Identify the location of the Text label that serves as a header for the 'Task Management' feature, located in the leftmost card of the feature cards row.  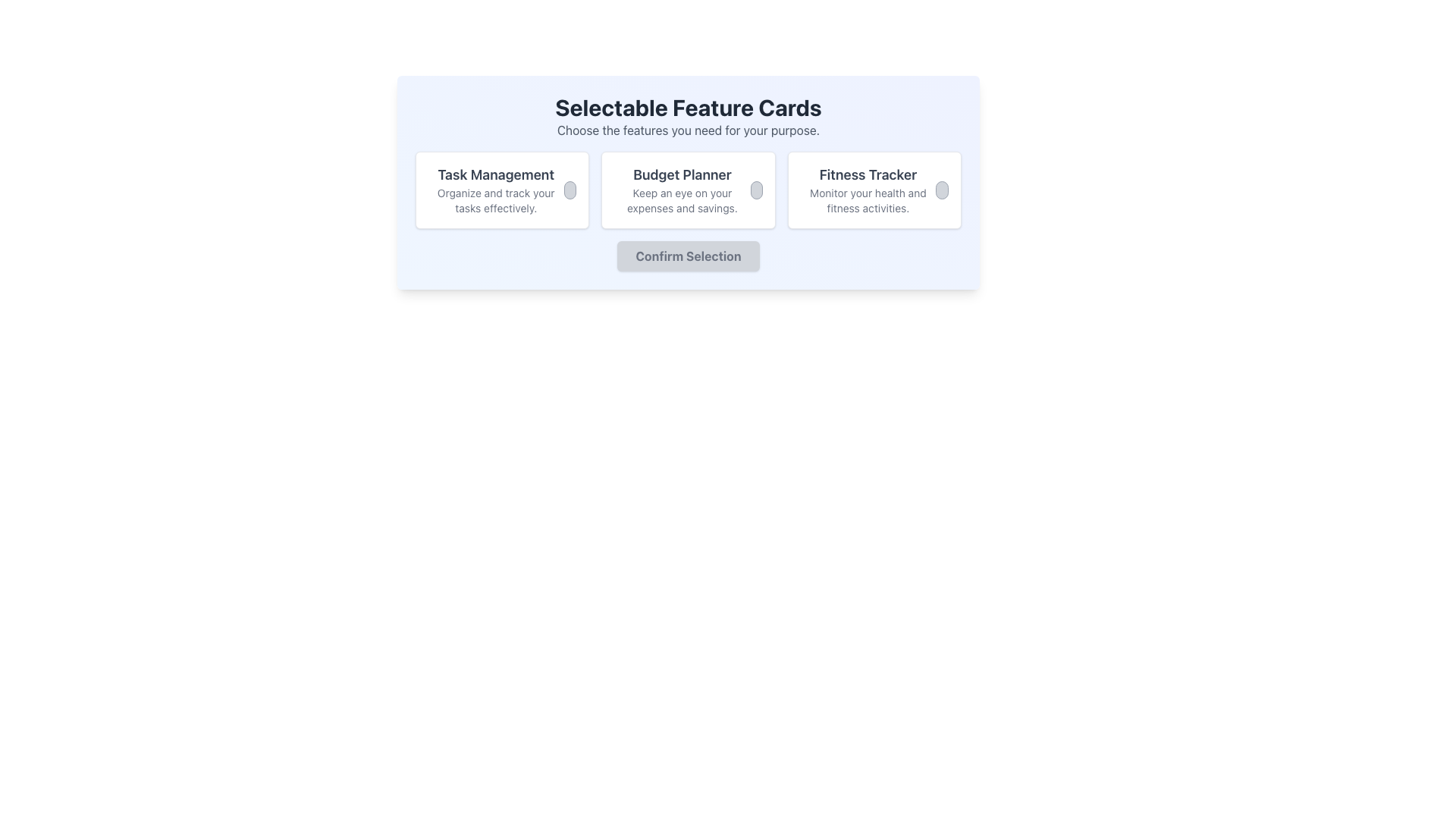
(496, 189).